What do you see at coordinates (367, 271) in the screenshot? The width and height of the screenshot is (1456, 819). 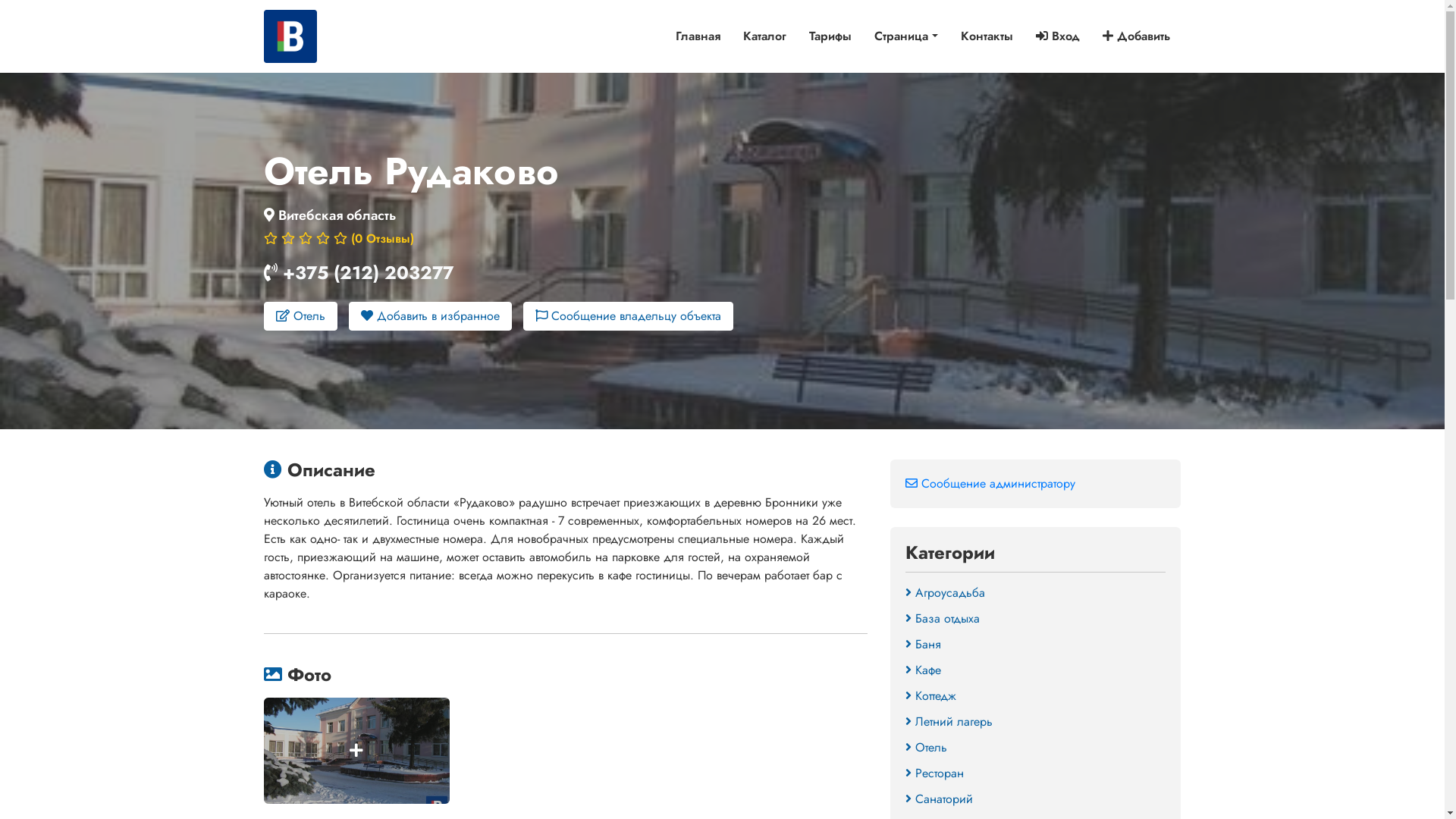 I see `'+375 (212) 203277'` at bounding box center [367, 271].